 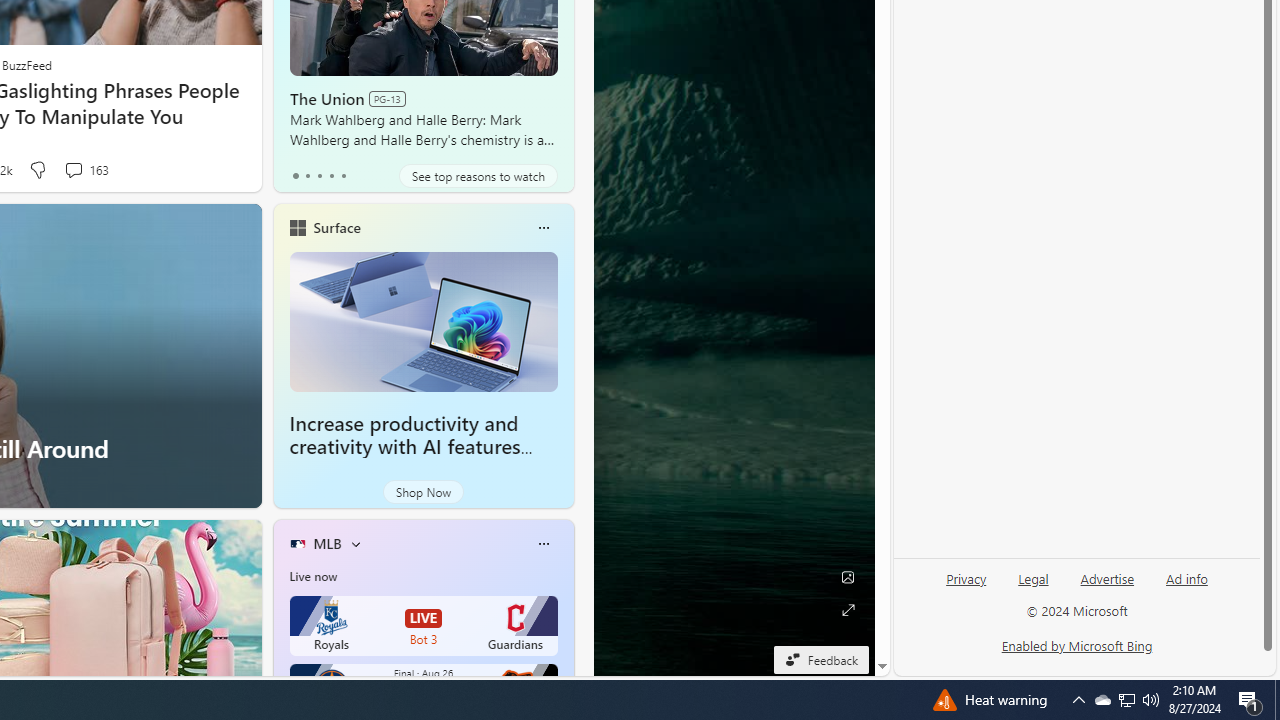 What do you see at coordinates (294, 175) in the screenshot?
I see `'tab-0'` at bounding box center [294, 175].